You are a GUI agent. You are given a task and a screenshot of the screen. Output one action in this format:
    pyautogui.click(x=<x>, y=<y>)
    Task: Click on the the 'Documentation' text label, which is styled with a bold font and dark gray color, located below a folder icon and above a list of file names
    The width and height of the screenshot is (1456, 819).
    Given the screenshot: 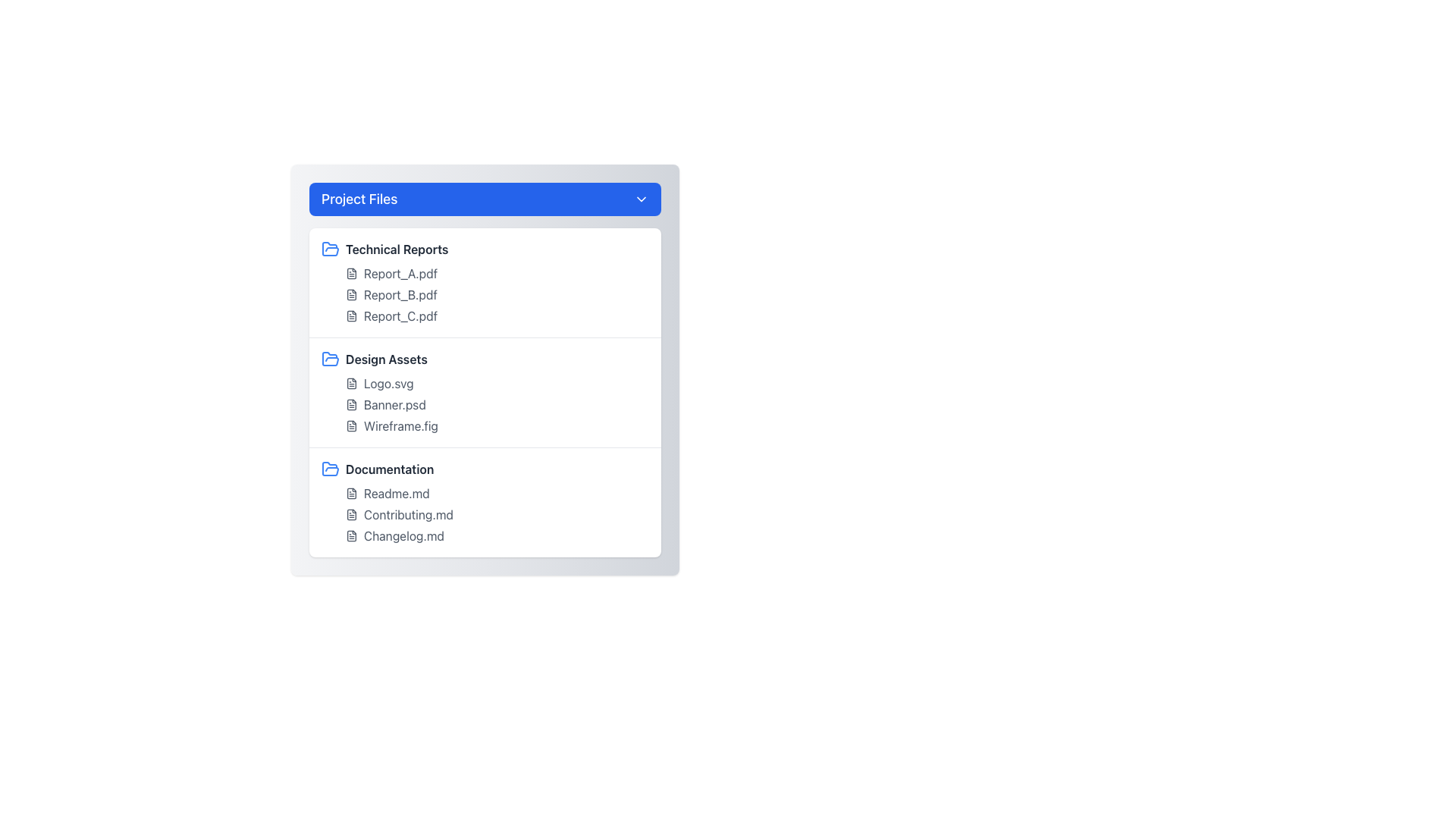 What is the action you would take?
    pyautogui.click(x=390, y=468)
    